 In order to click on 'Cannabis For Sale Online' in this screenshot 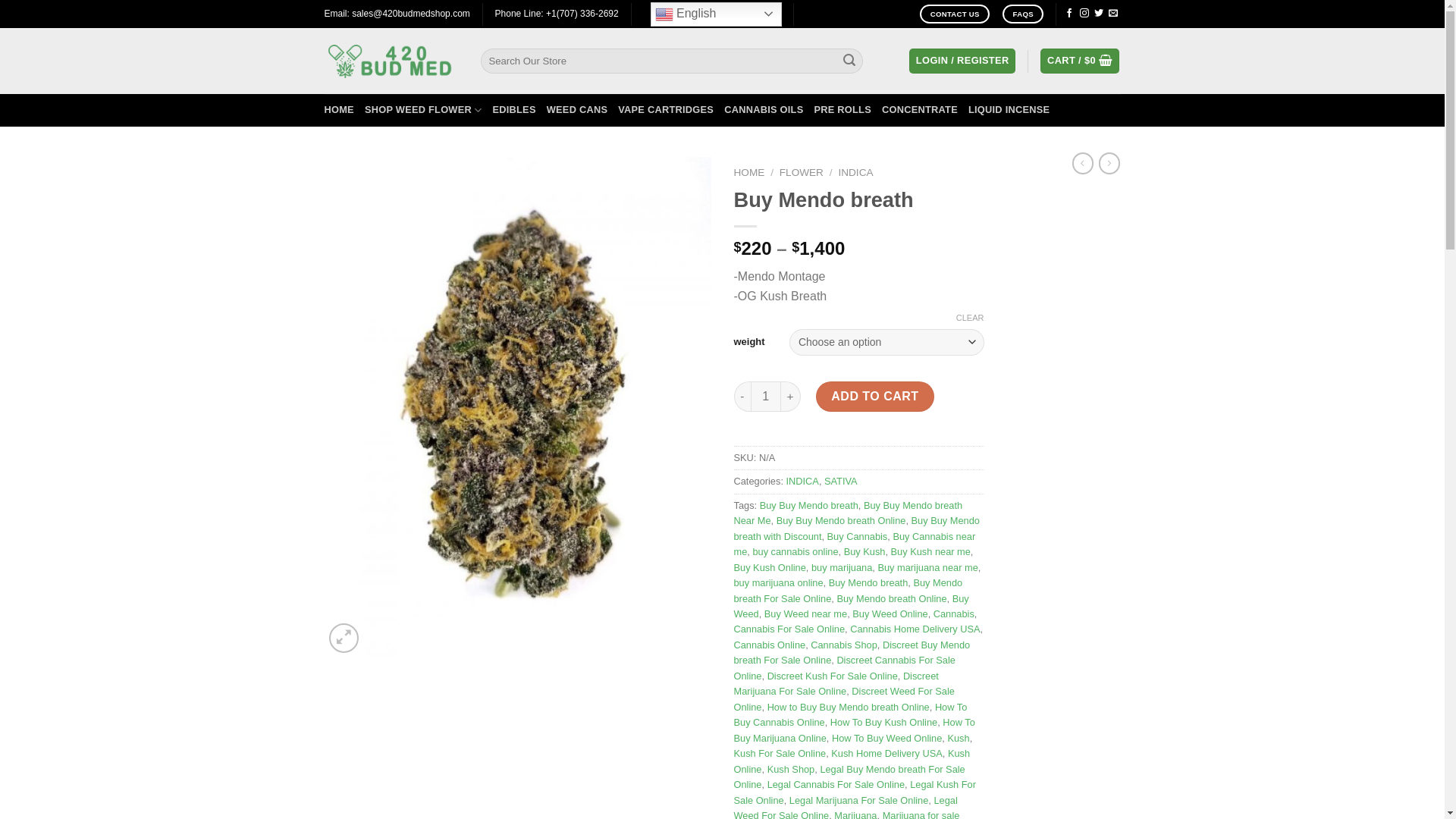, I will do `click(789, 629)`.